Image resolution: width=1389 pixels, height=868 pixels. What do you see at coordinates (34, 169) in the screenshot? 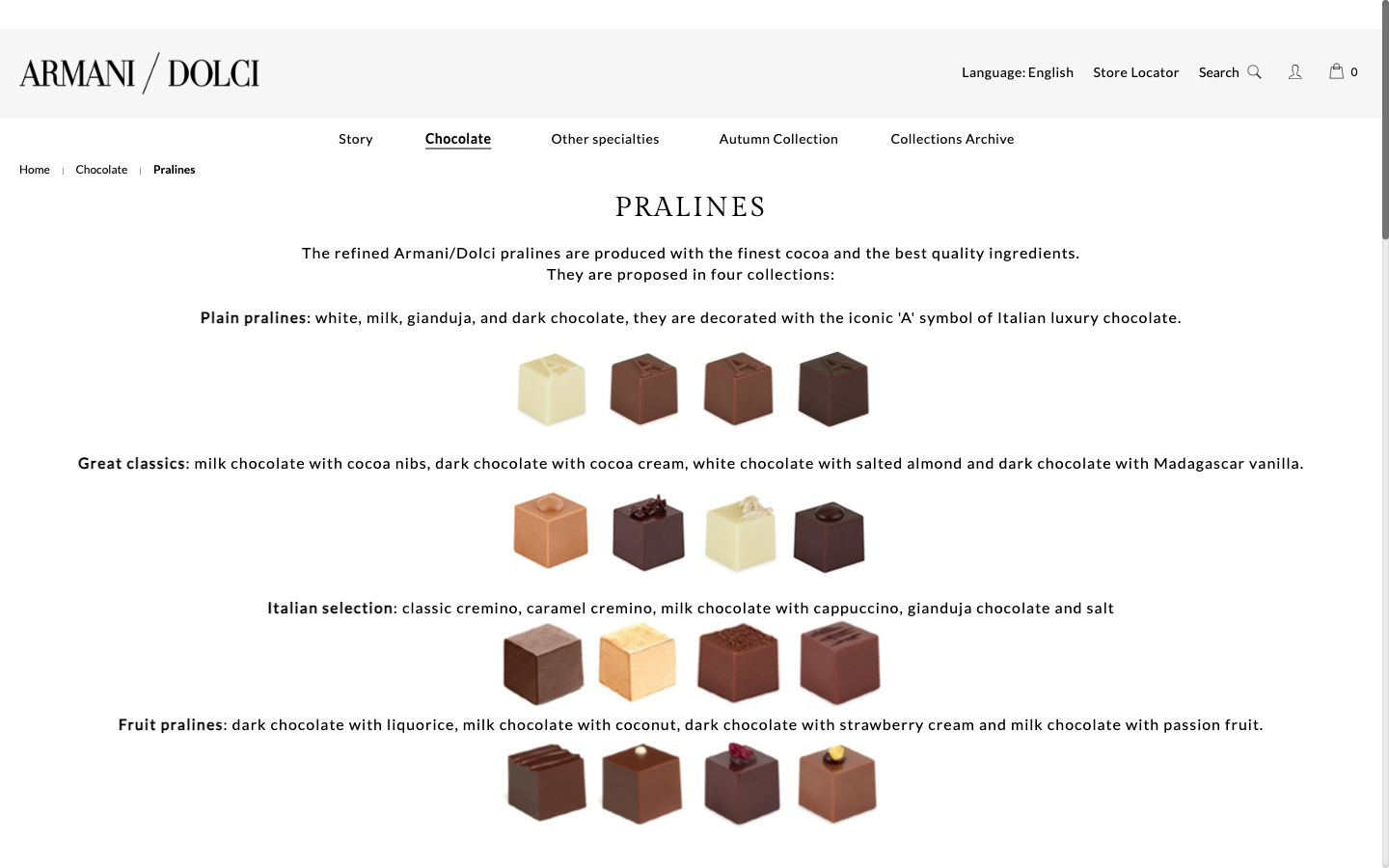
I see `Redirect to the Armani/dolci homepage by clicking on the home menu item in the left below the logo` at bounding box center [34, 169].